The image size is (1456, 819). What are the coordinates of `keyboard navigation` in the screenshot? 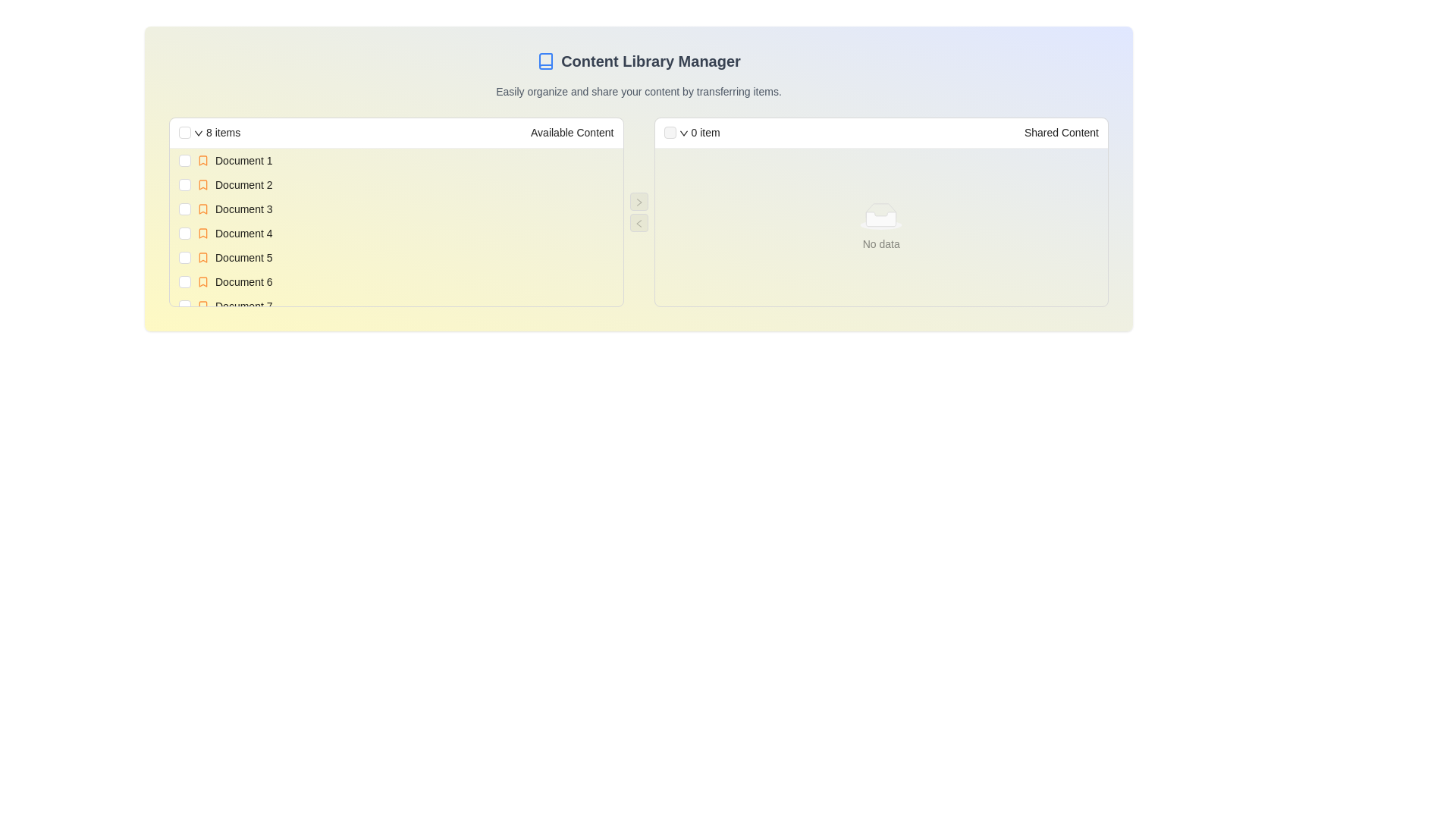 It's located at (405, 184).